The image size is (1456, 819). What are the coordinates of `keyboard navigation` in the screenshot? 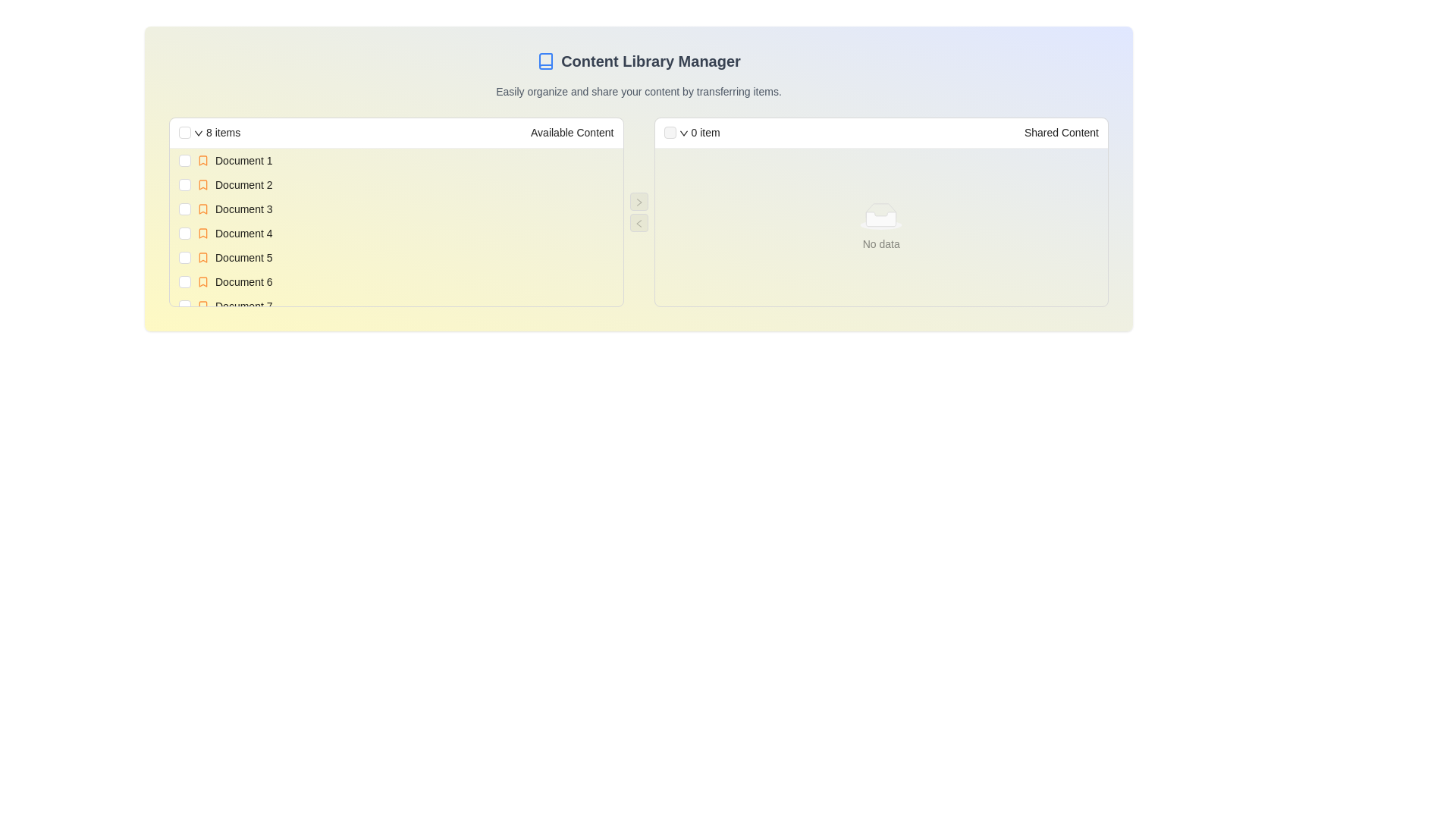 It's located at (405, 184).